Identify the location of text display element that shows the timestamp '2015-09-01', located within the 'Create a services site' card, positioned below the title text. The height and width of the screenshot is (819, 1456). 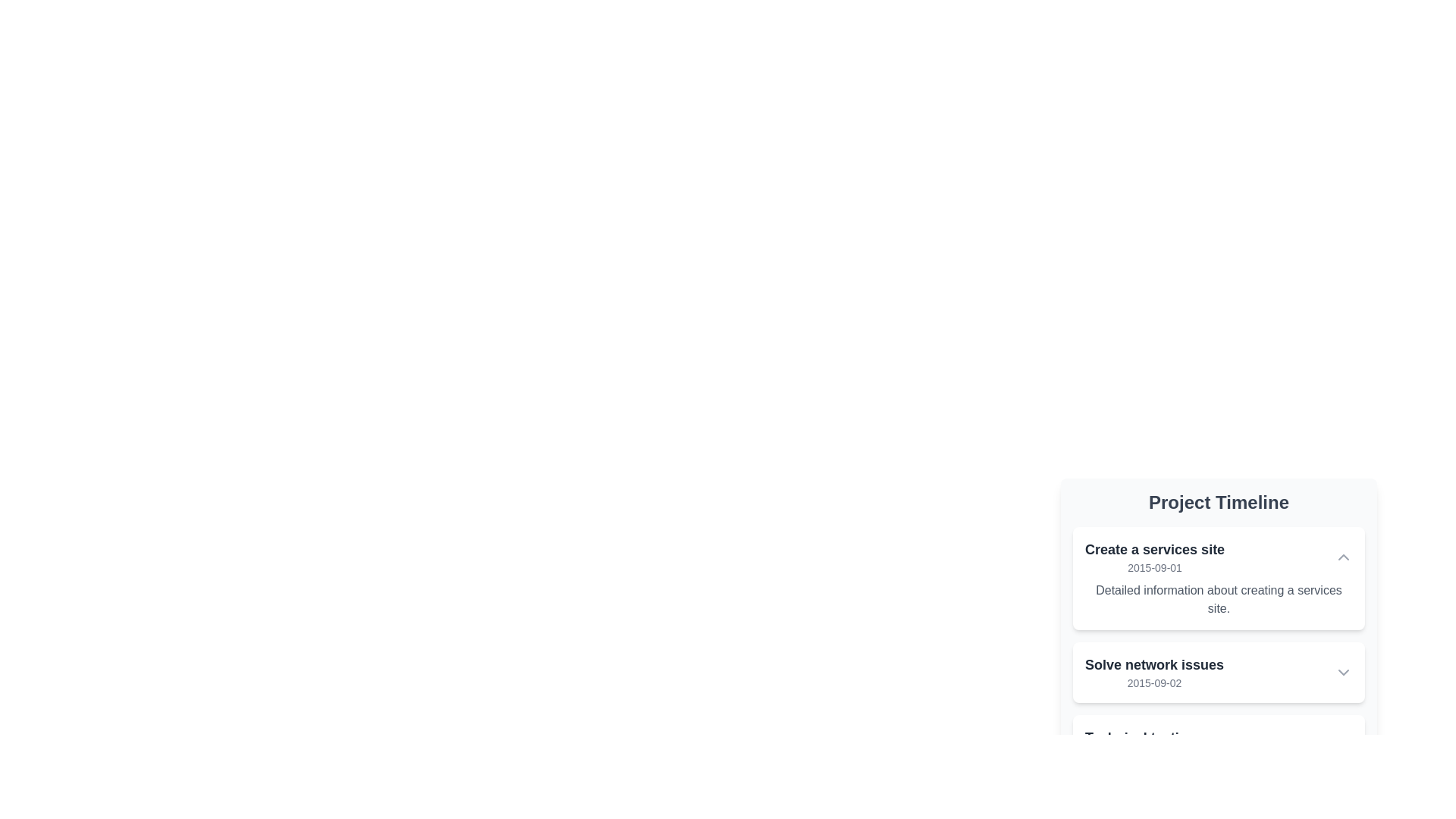
(1154, 567).